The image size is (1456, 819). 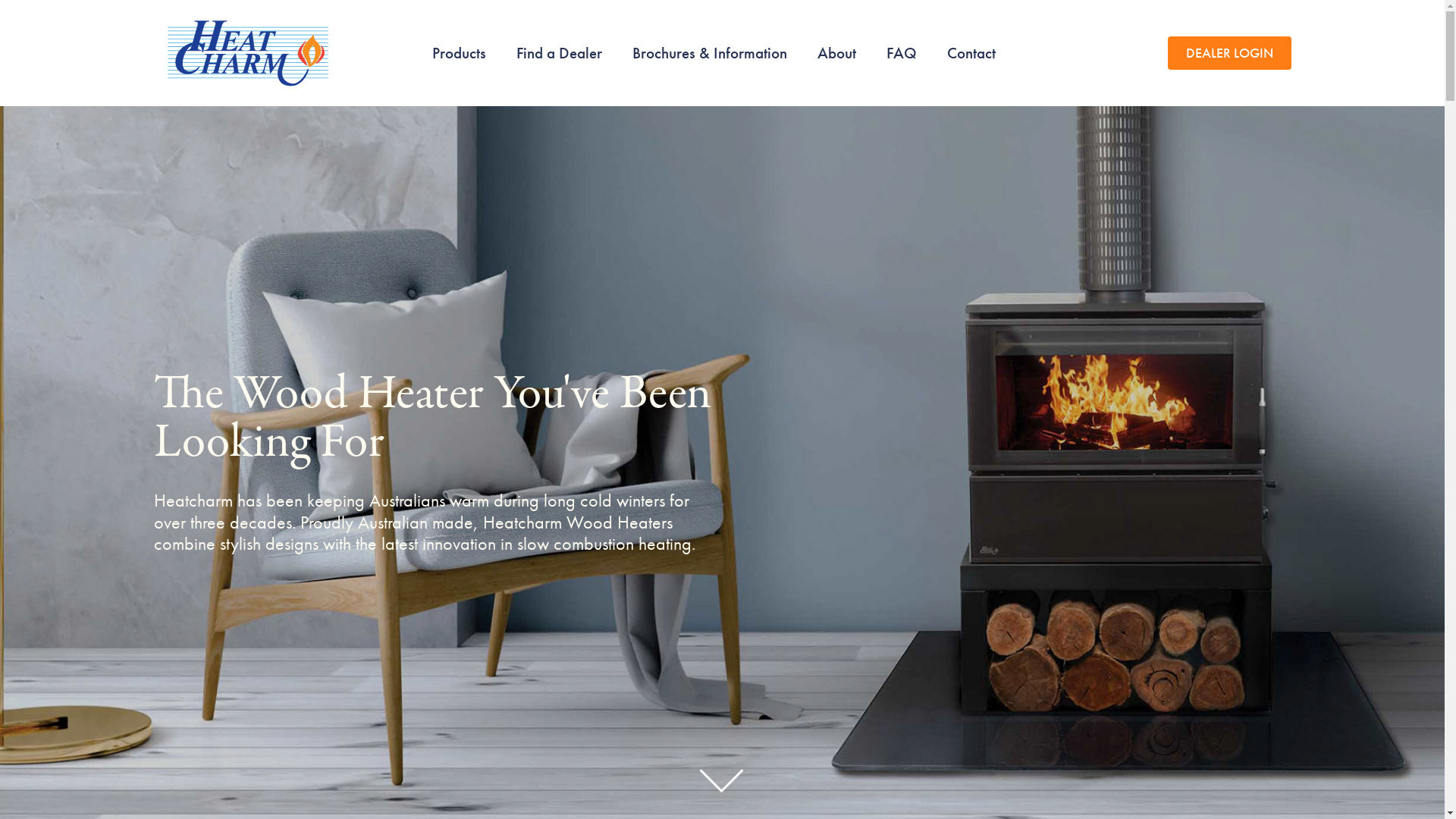 I want to click on 'Products', so click(x=458, y=52).